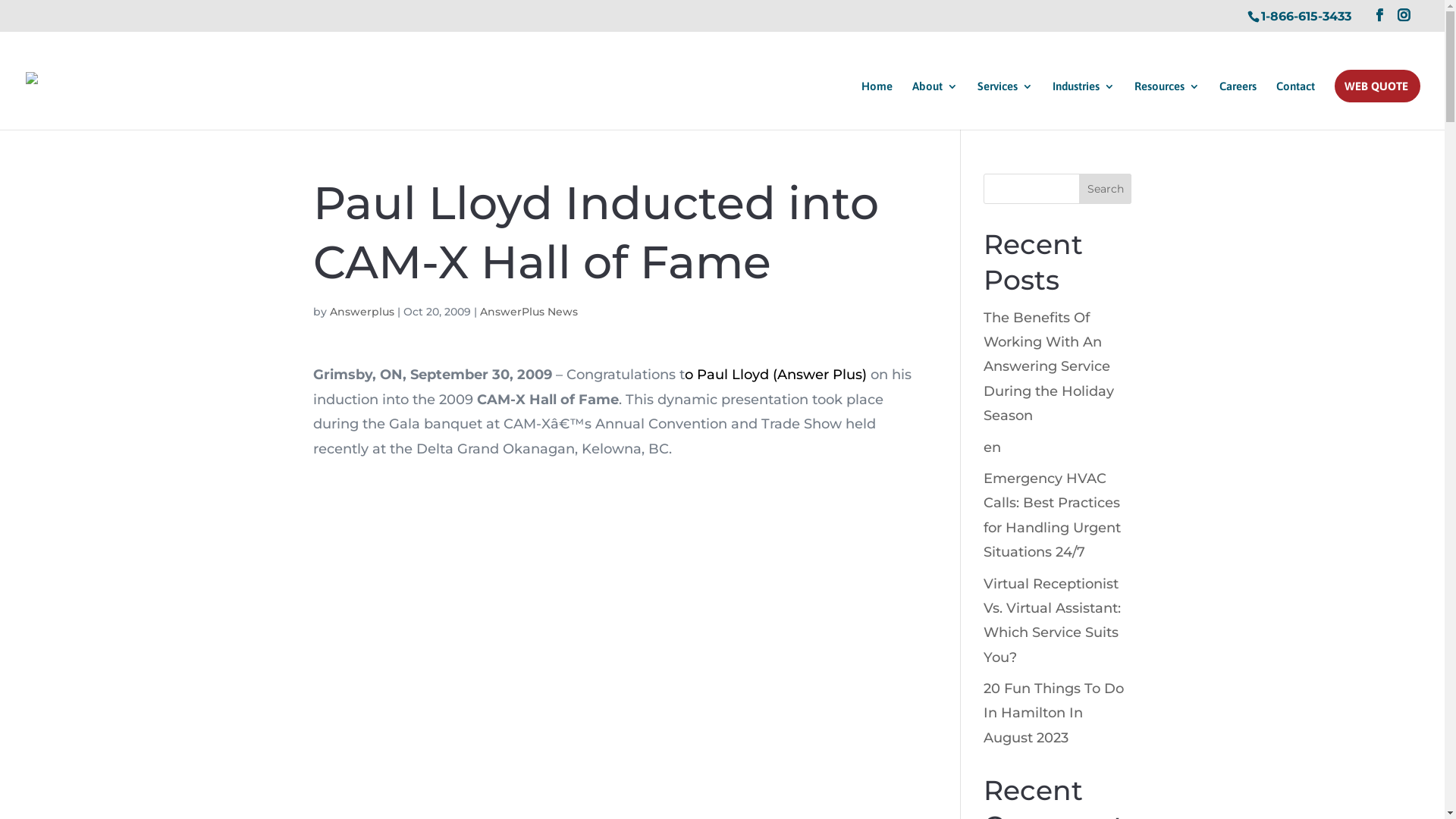 The width and height of the screenshot is (1456, 819). What do you see at coordinates (992, 447) in the screenshot?
I see `'en'` at bounding box center [992, 447].